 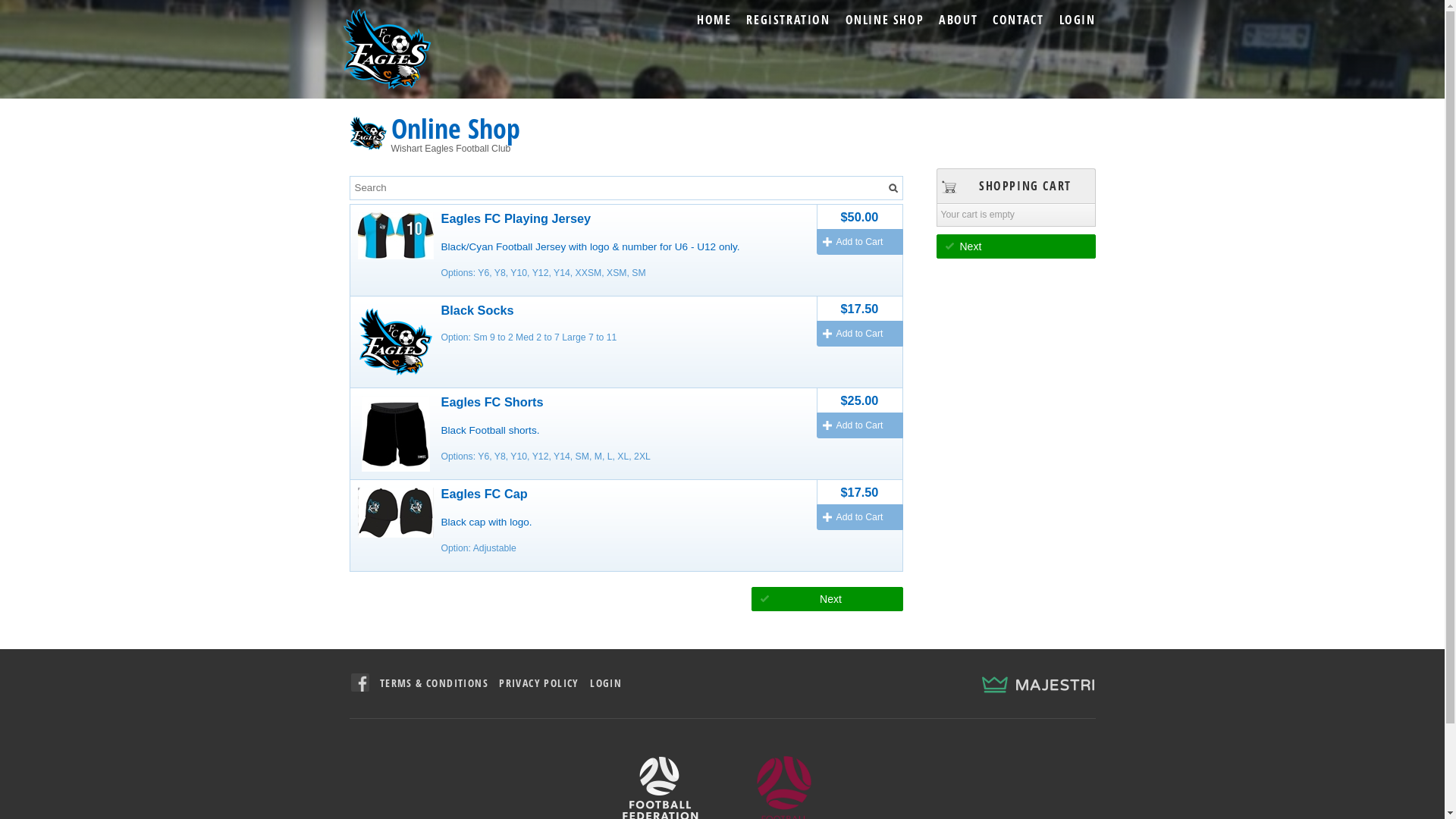 What do you see at coordinates (825, 598) in the screenshot?
I see `'Next'` at bounding box center [825, 598].